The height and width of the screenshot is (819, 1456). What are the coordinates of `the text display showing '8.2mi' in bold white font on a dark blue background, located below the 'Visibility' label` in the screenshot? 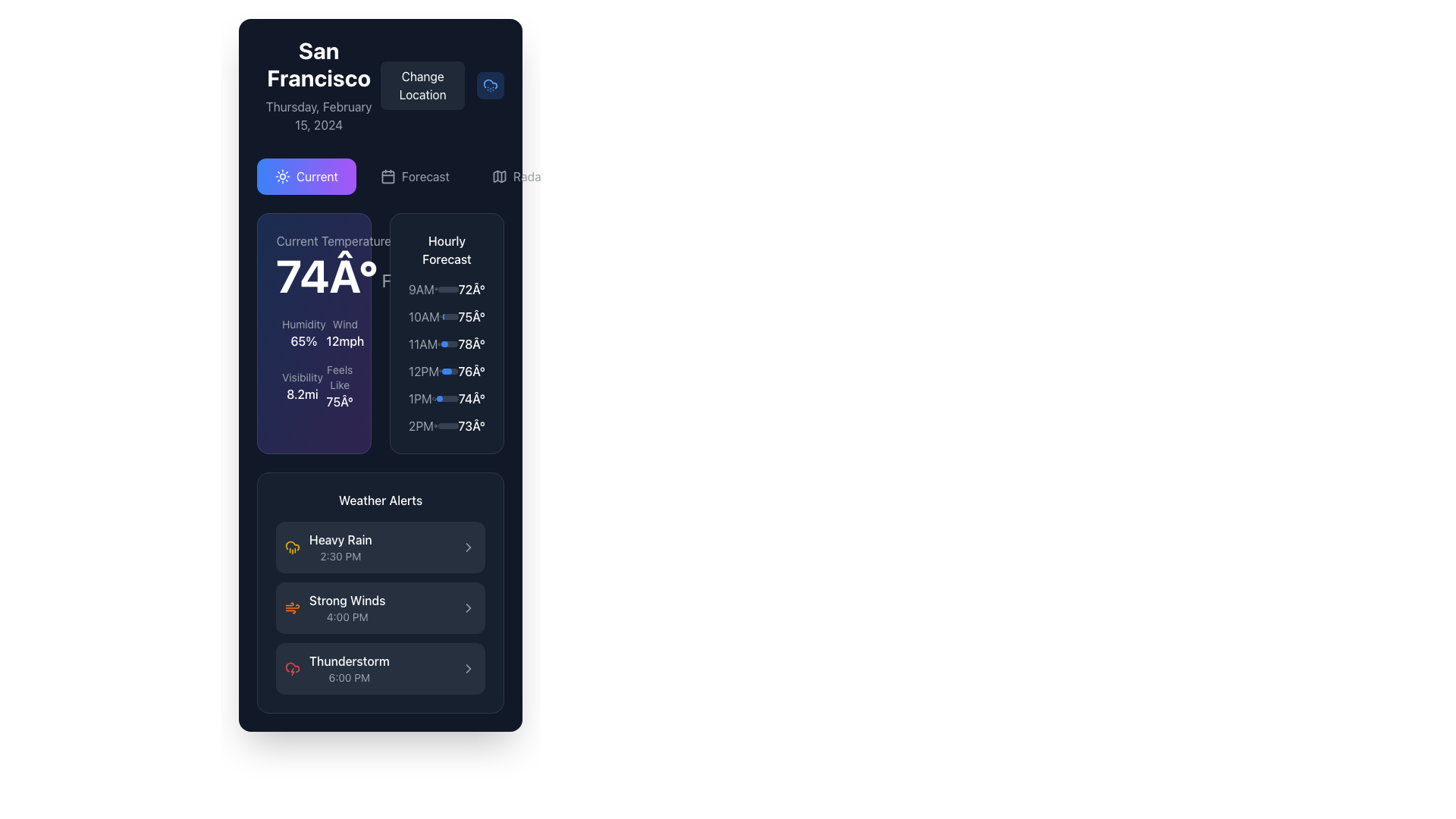 It's located at (302, 394).